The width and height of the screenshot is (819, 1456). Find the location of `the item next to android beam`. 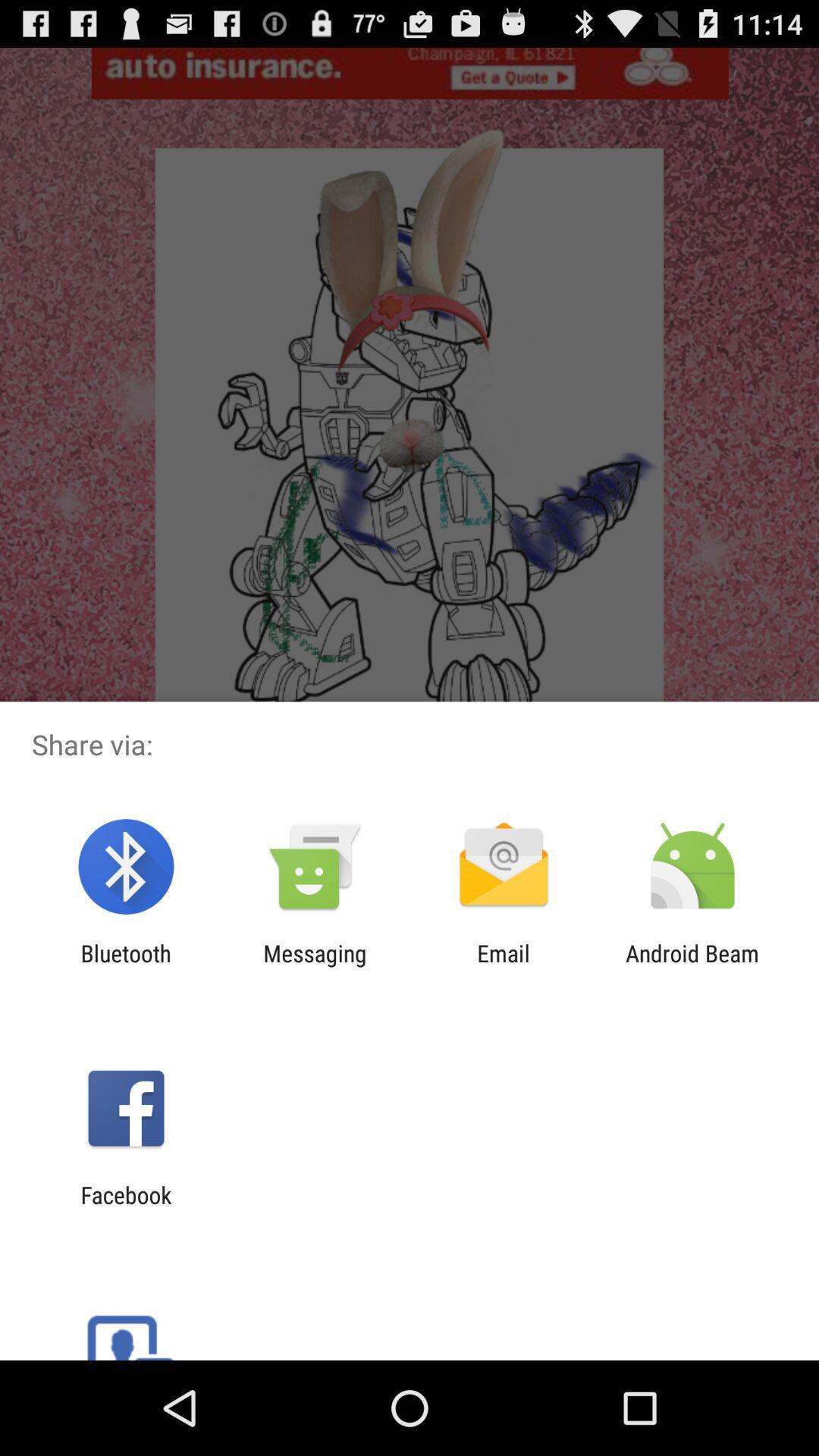

the item next to android beam is located at coordinates (504, 966).